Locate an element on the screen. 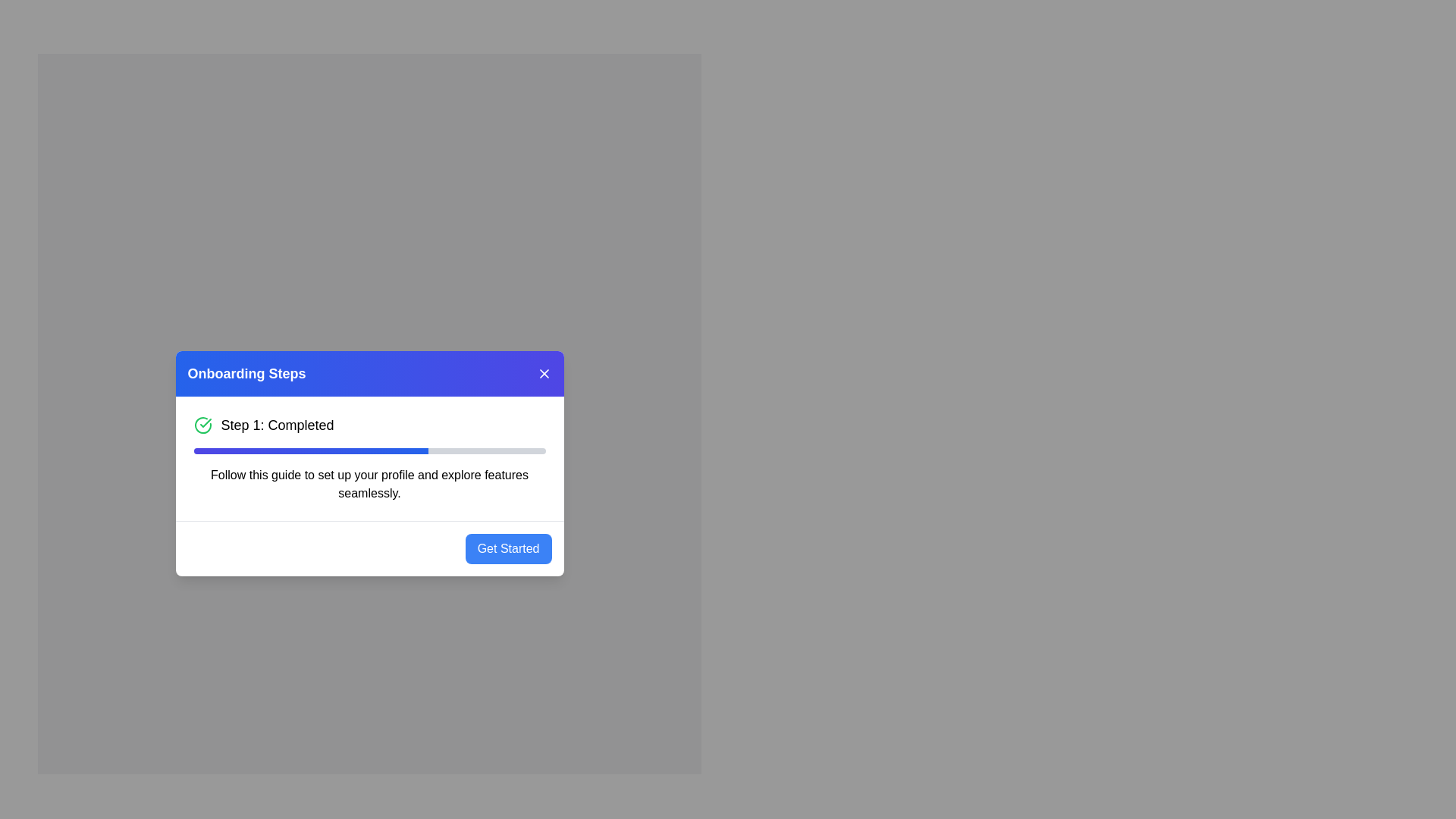 The height and width of the screenshot is (819, 1456). the close button represented by an 'X' icon on a gradient blue background, located in the top-right corner of the title bar displaying 'Onboarding Steps' is located at coordinates (544, 373).